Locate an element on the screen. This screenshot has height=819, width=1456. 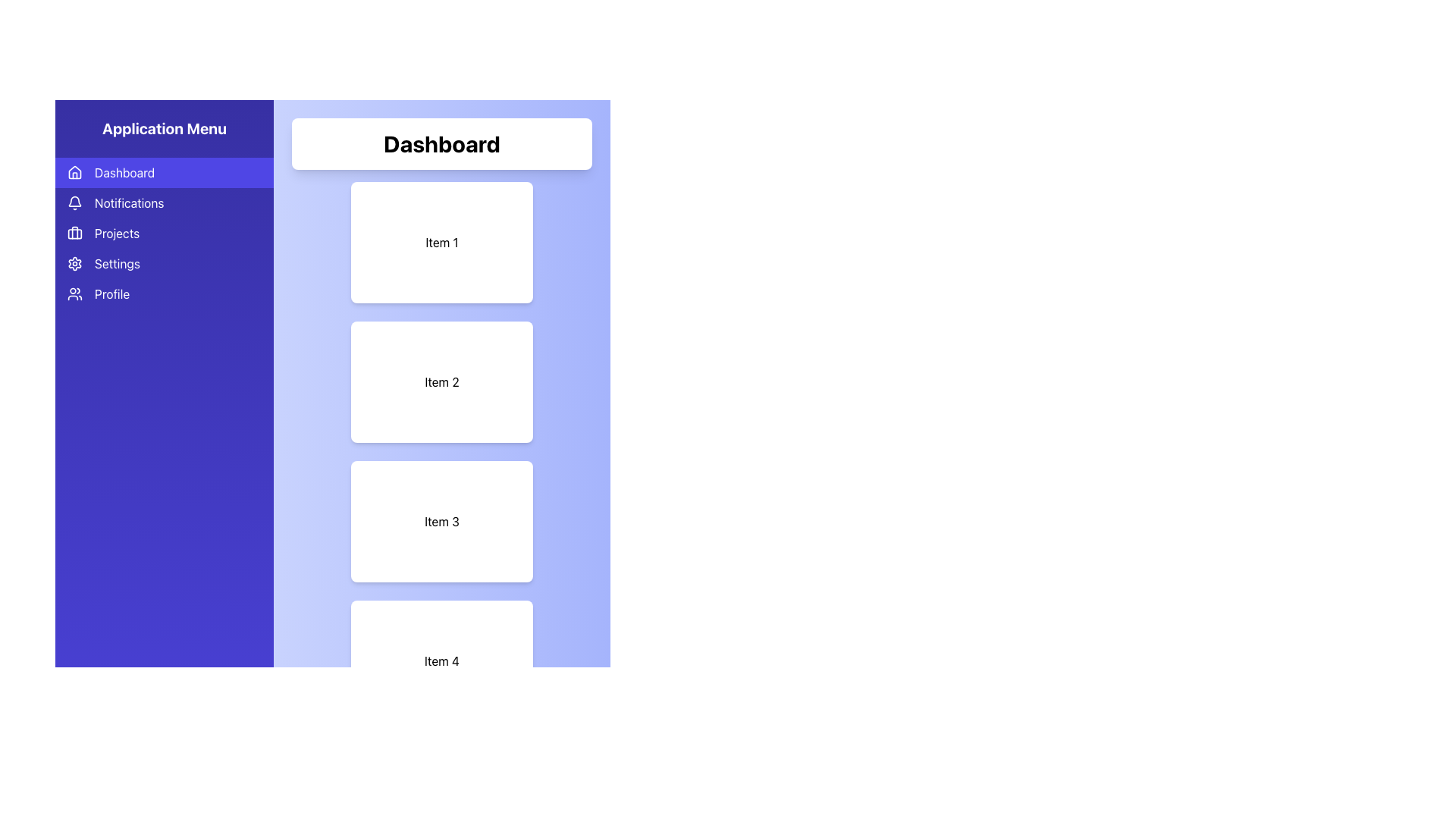
the 'Settings' label in the blue sidebar menu is located at coordinates (116, 262).